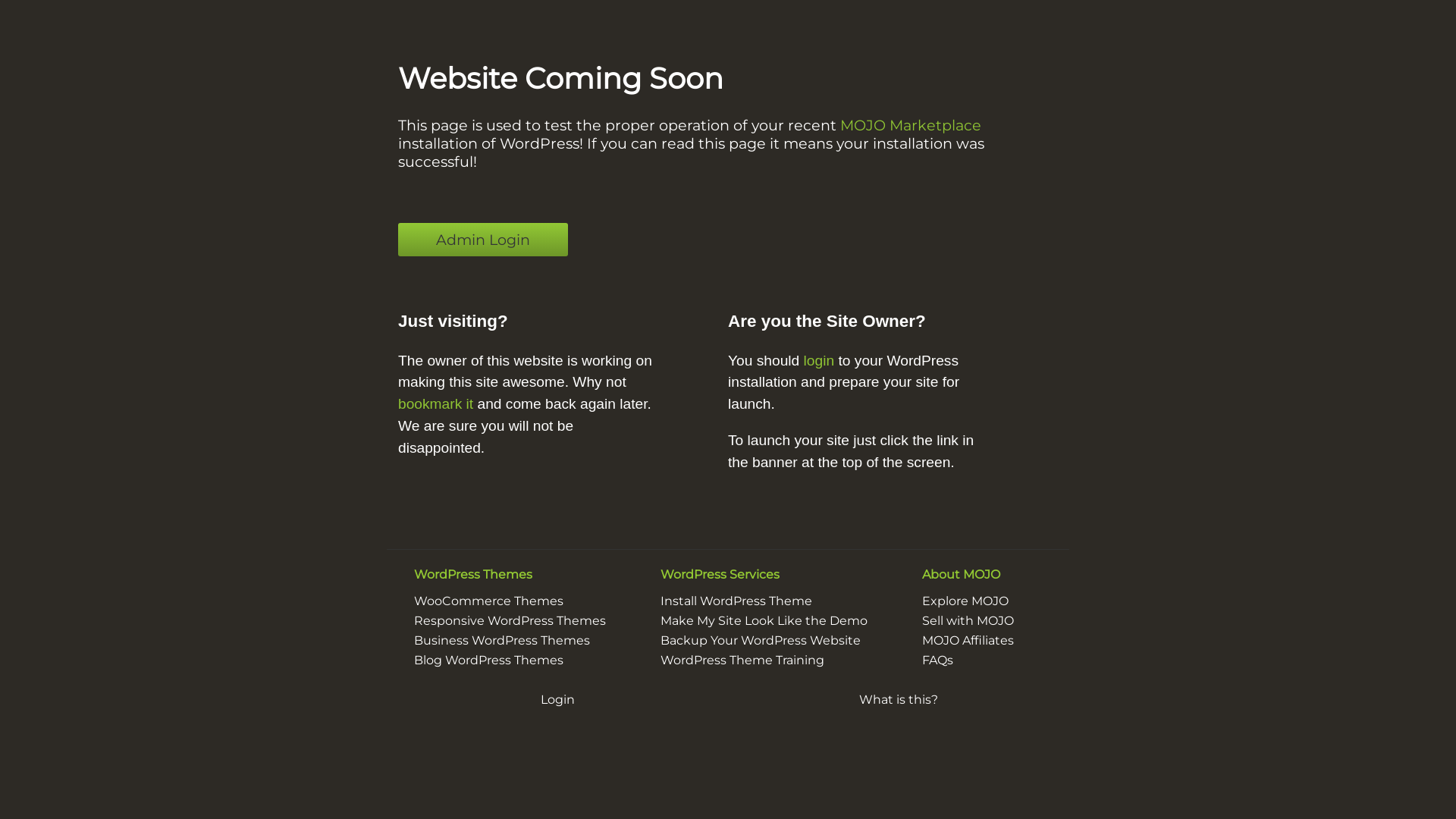  I want to click on 'Blog WordPress Themes', so click(414, 659).